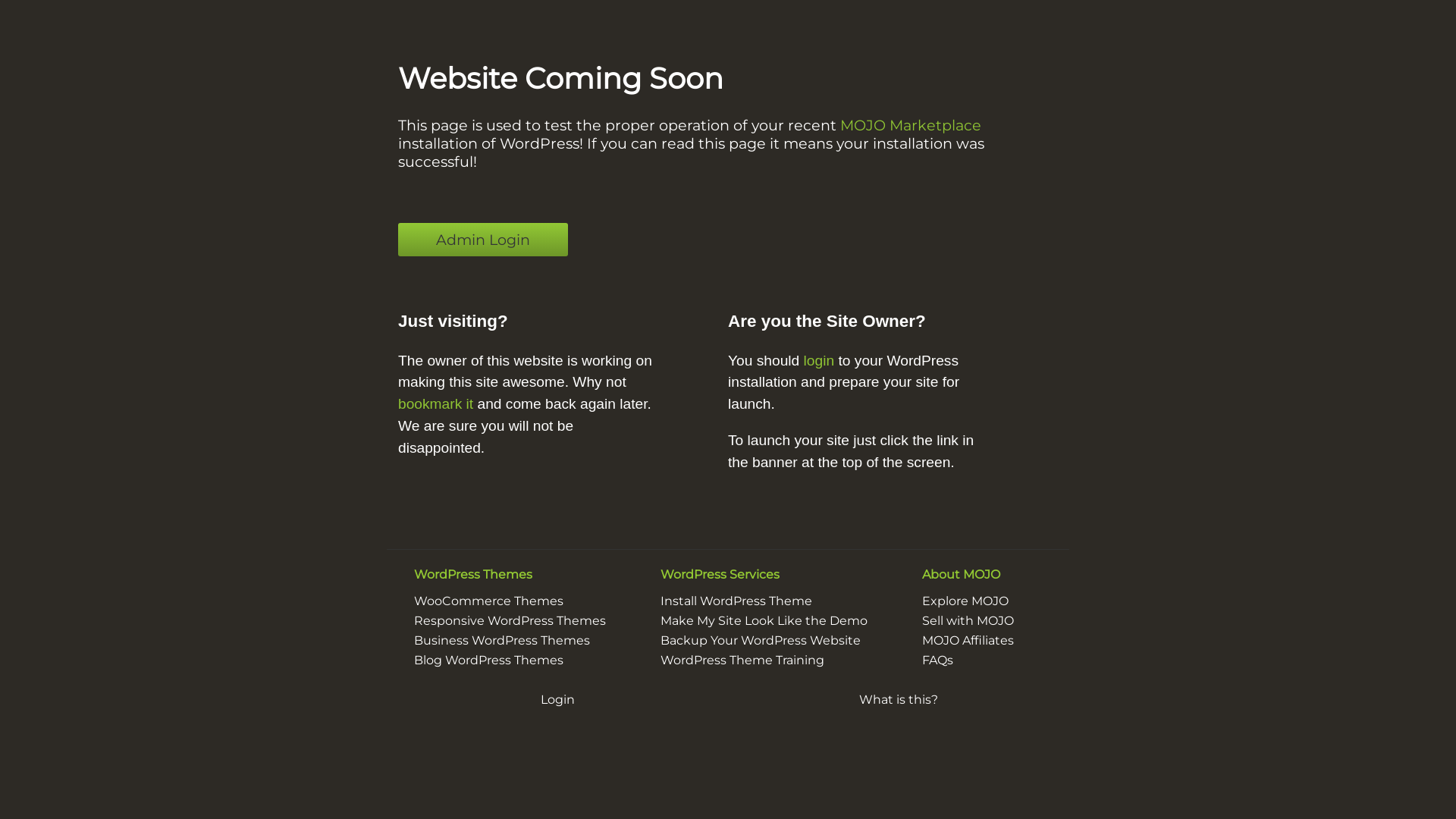  I want to click on 'Blog WordPress Themes', so click(414, 659).